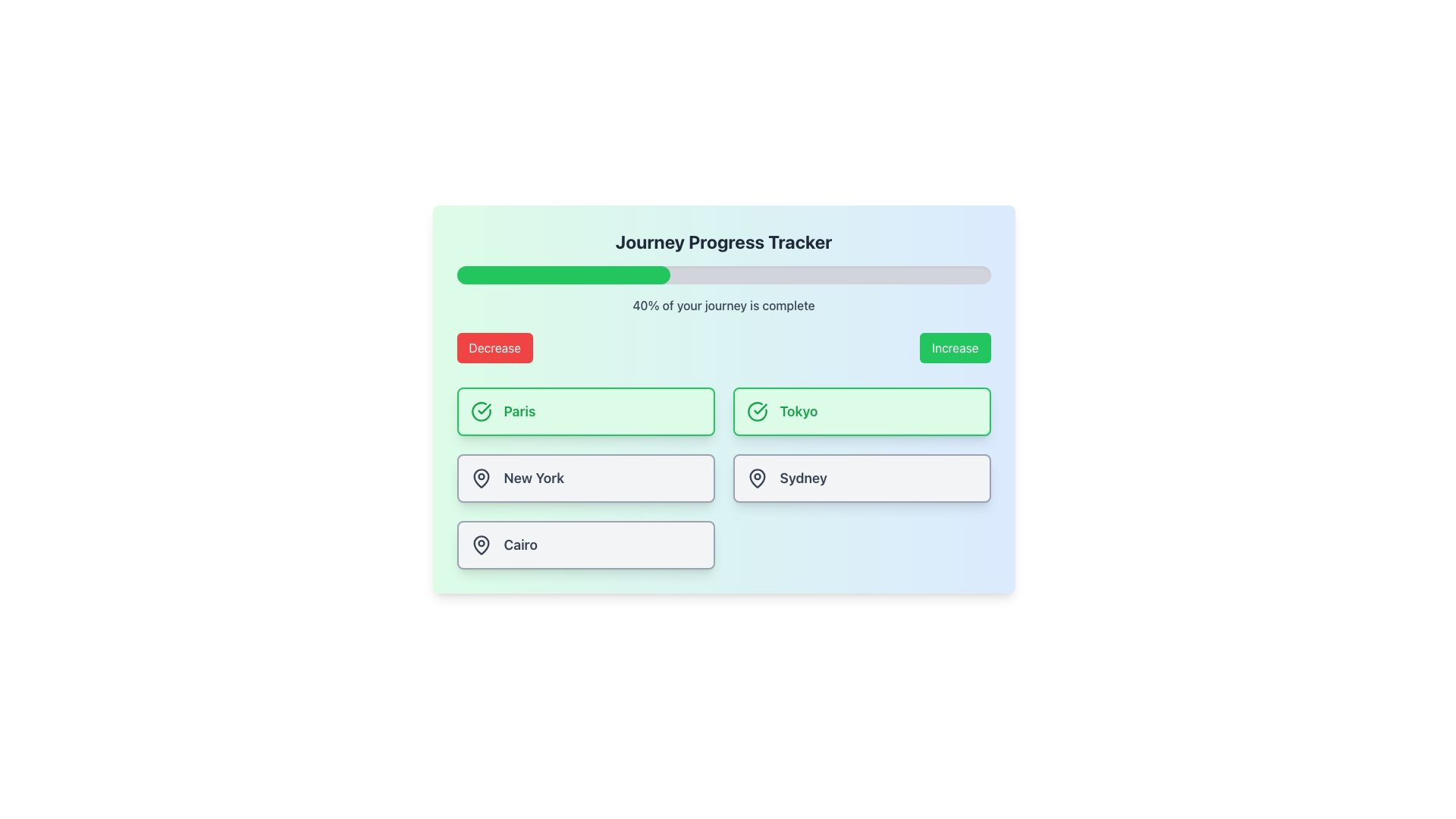  Describe the element at coordinates (480, 479) in the screenshot. I see `the pin-shaped icon located inside the 'New York' button, which is positioned at the top left corner of the third row in the list of buttons` at that location.